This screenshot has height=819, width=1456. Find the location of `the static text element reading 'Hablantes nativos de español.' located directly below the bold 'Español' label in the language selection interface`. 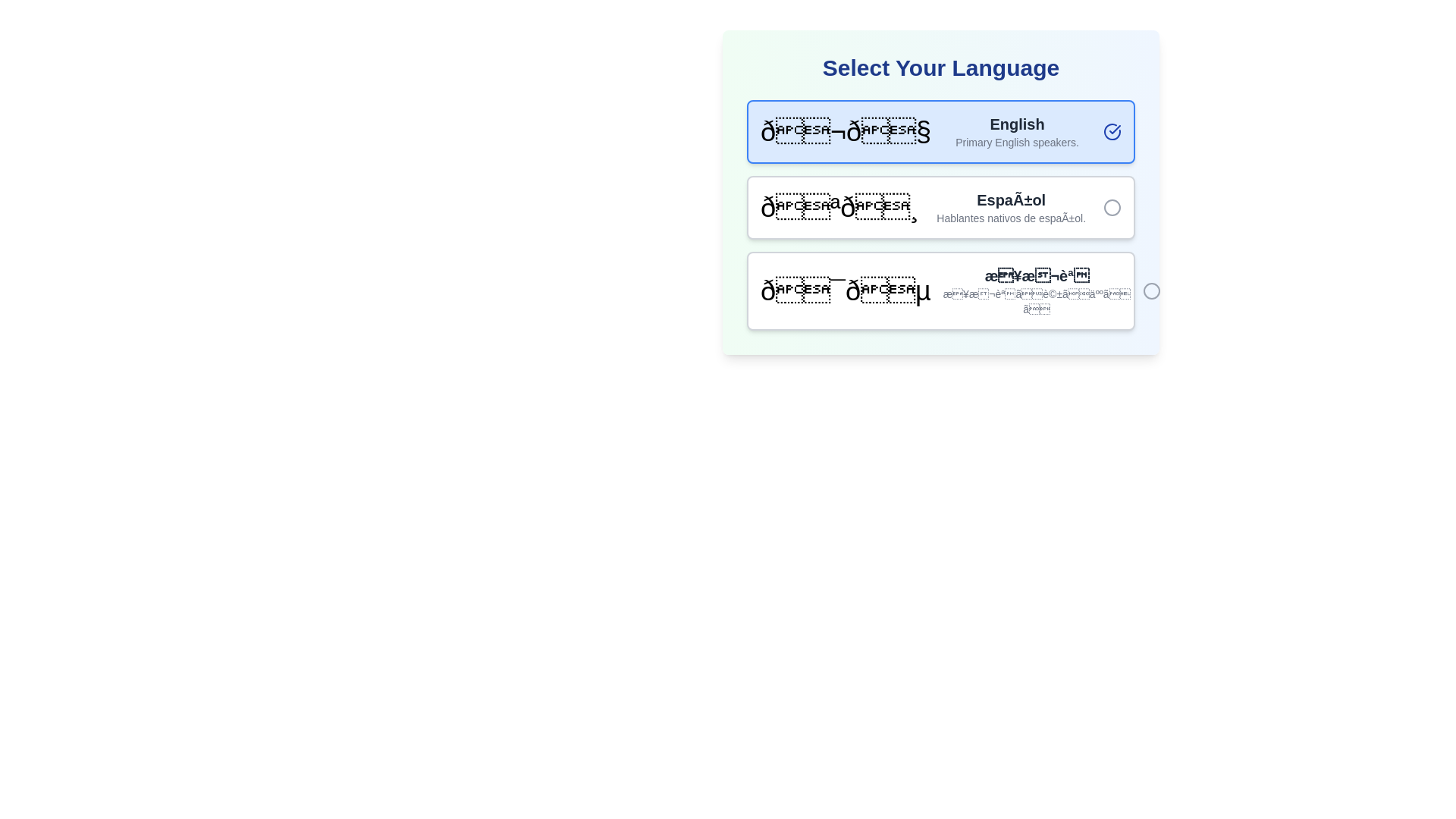

the static text element reading 'Hablantes nativos de español.' located directly below the bold 'Español' label in the language selection interface is located at coordinates (1011, 218).